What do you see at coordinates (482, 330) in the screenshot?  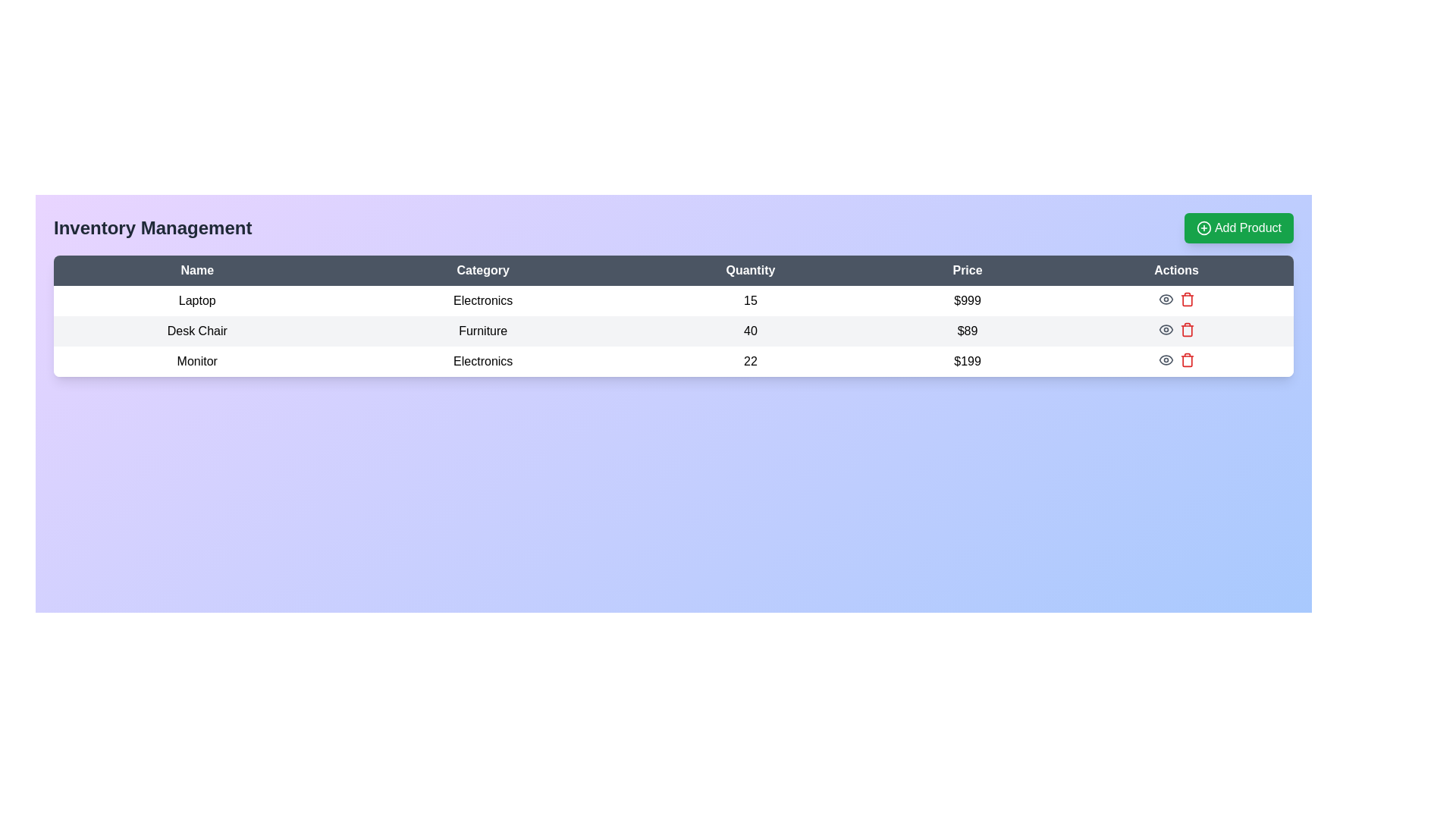 I see `the table cell representing the category 'Furniture', which is the second cell in the row starting with 'Desk Chair'` at bounding box center [482, 330].